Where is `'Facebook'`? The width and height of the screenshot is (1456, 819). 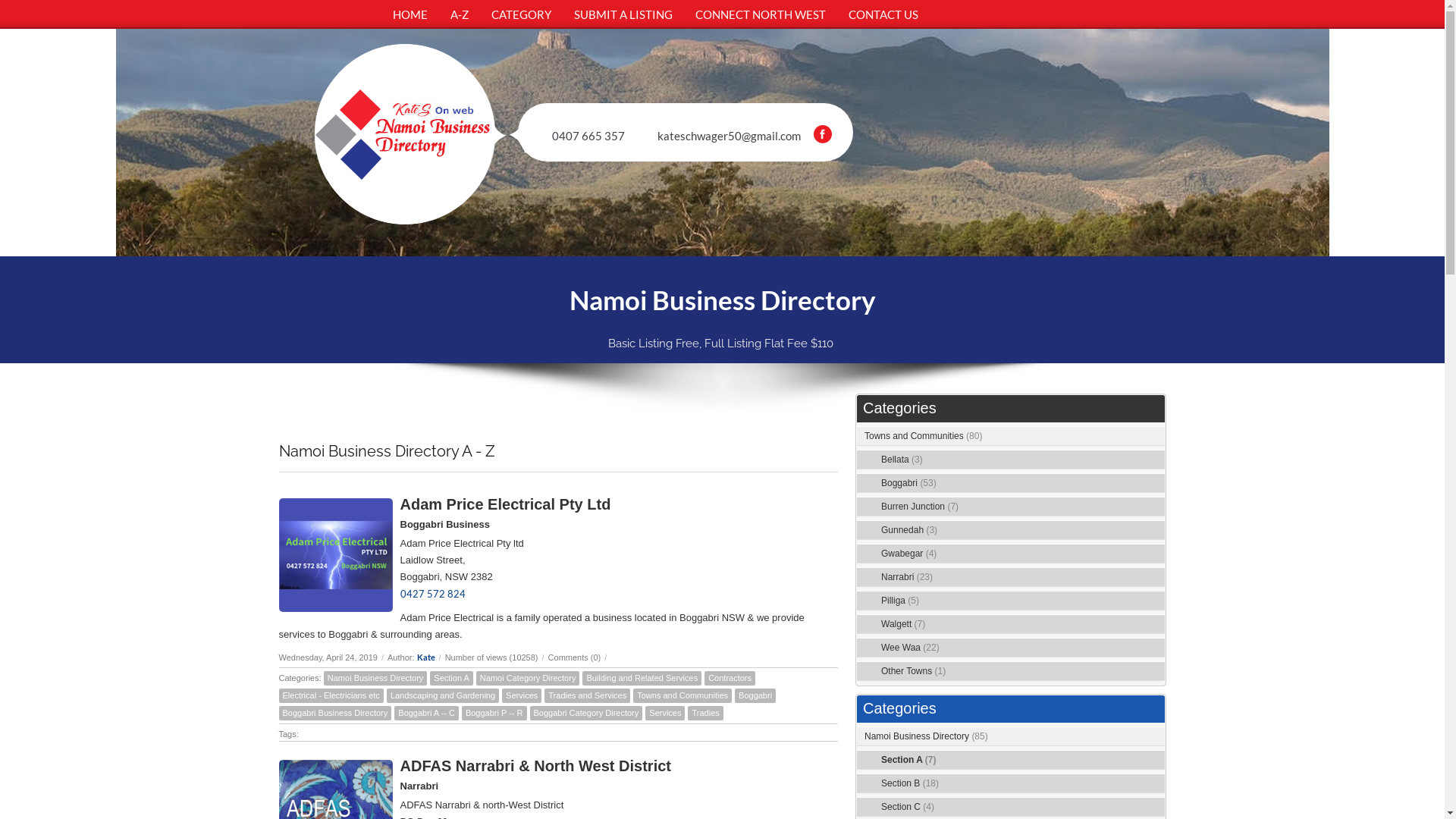 'Facebook' is located at coordinates (821, 133).